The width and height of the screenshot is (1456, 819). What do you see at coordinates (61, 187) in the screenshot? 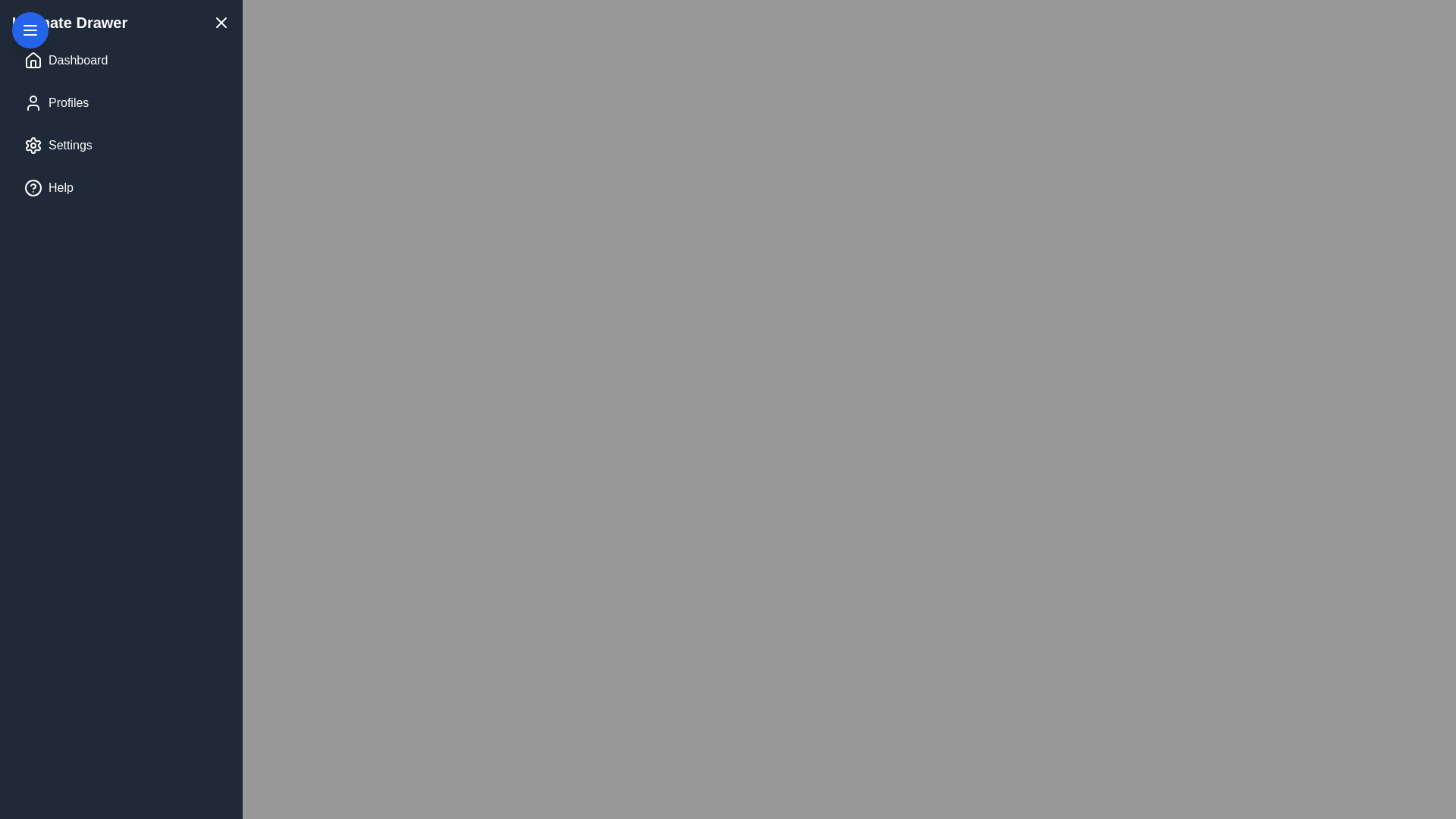
I see `the Text Label located to the right of the question mark icon in the fourth menu item under 'Ultimate Drawer' on the left sidebar` at bounding box center [61, 187].